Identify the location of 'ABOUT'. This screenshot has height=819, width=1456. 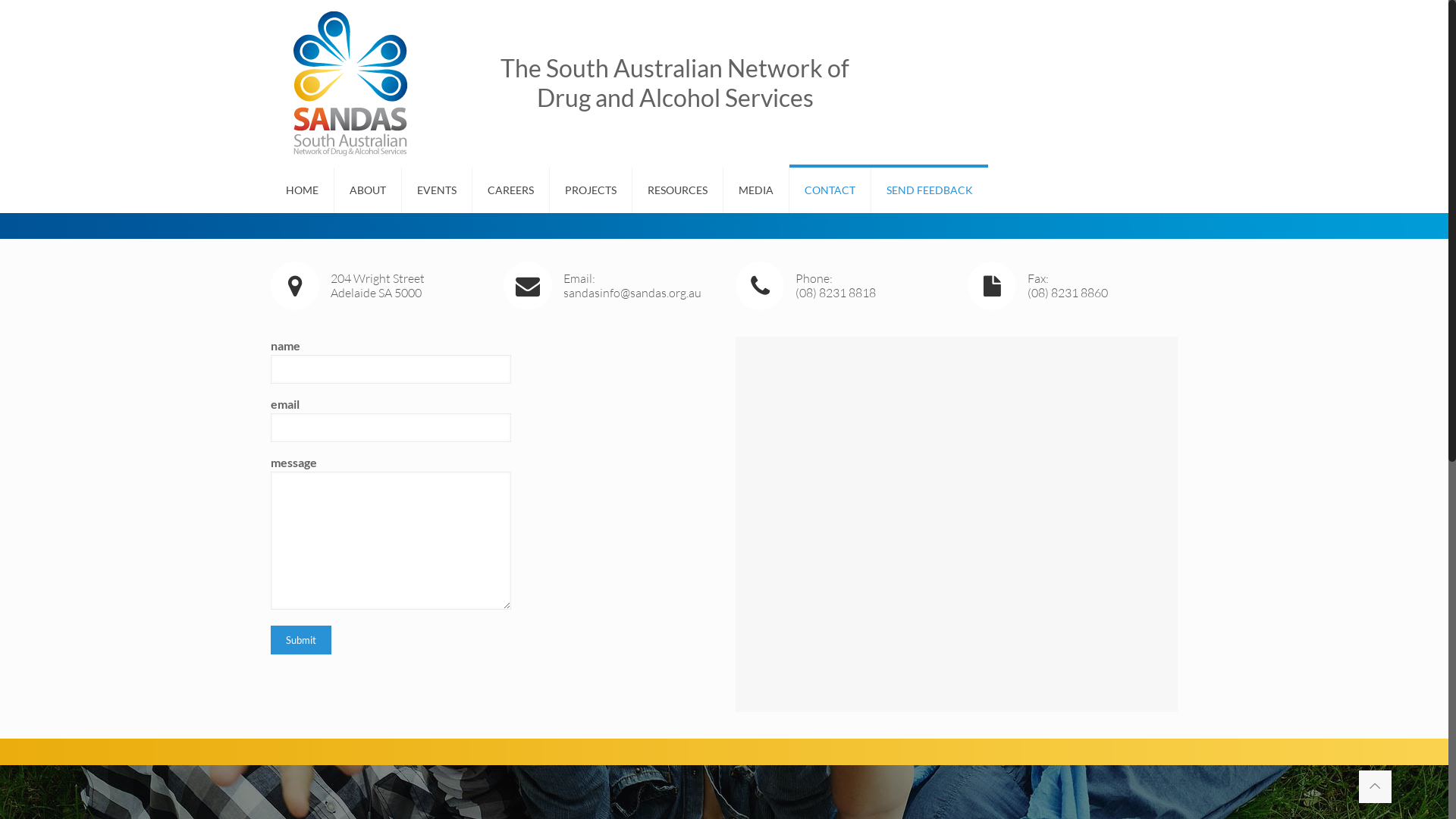
(368, 189).